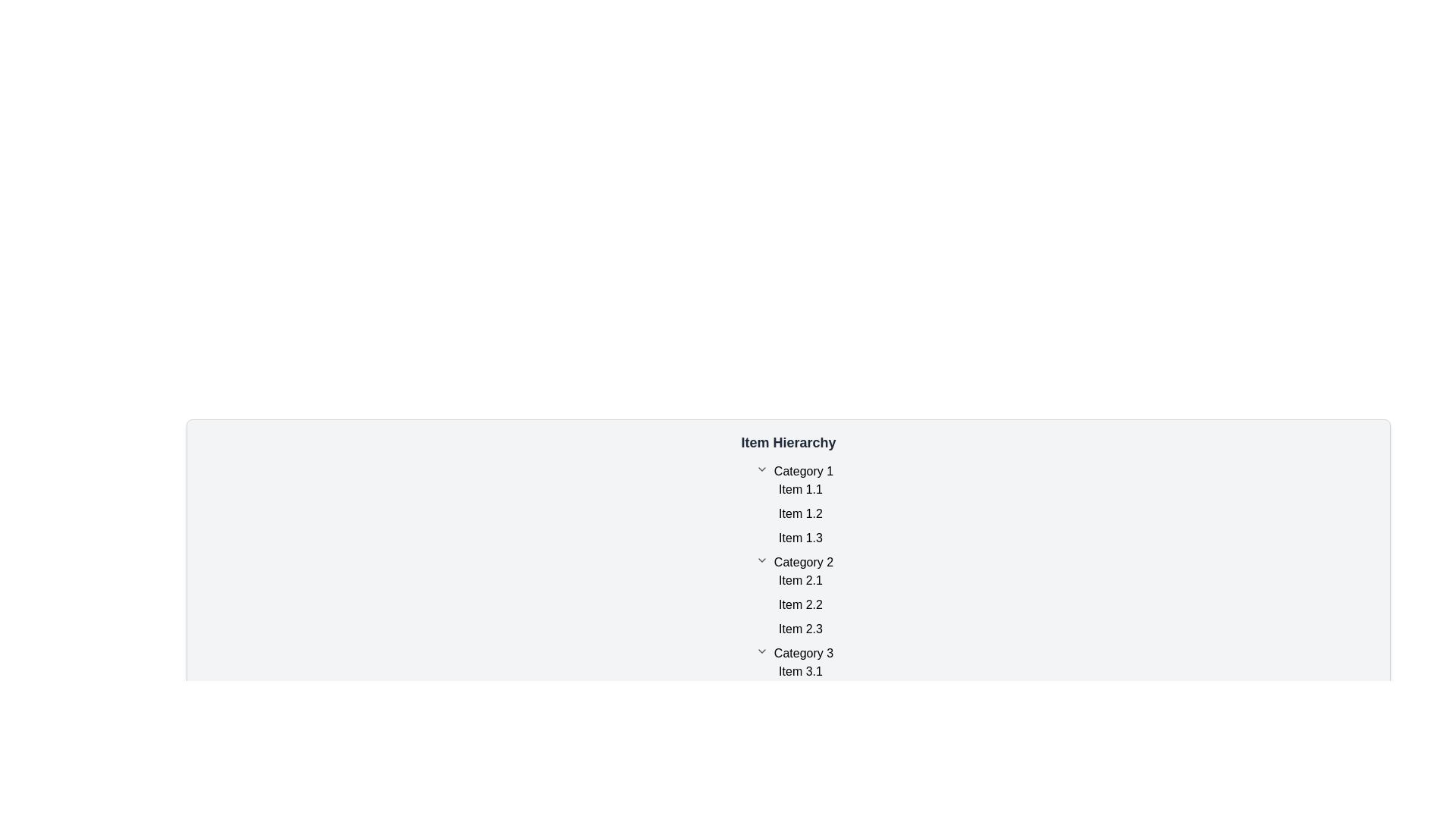  What do you see at coordinates (800, 513) in the screenshot?
I see `the text label 'Item 1.2' within the hierarchical list under 'Category 1'` at bounding box center [800, 513].